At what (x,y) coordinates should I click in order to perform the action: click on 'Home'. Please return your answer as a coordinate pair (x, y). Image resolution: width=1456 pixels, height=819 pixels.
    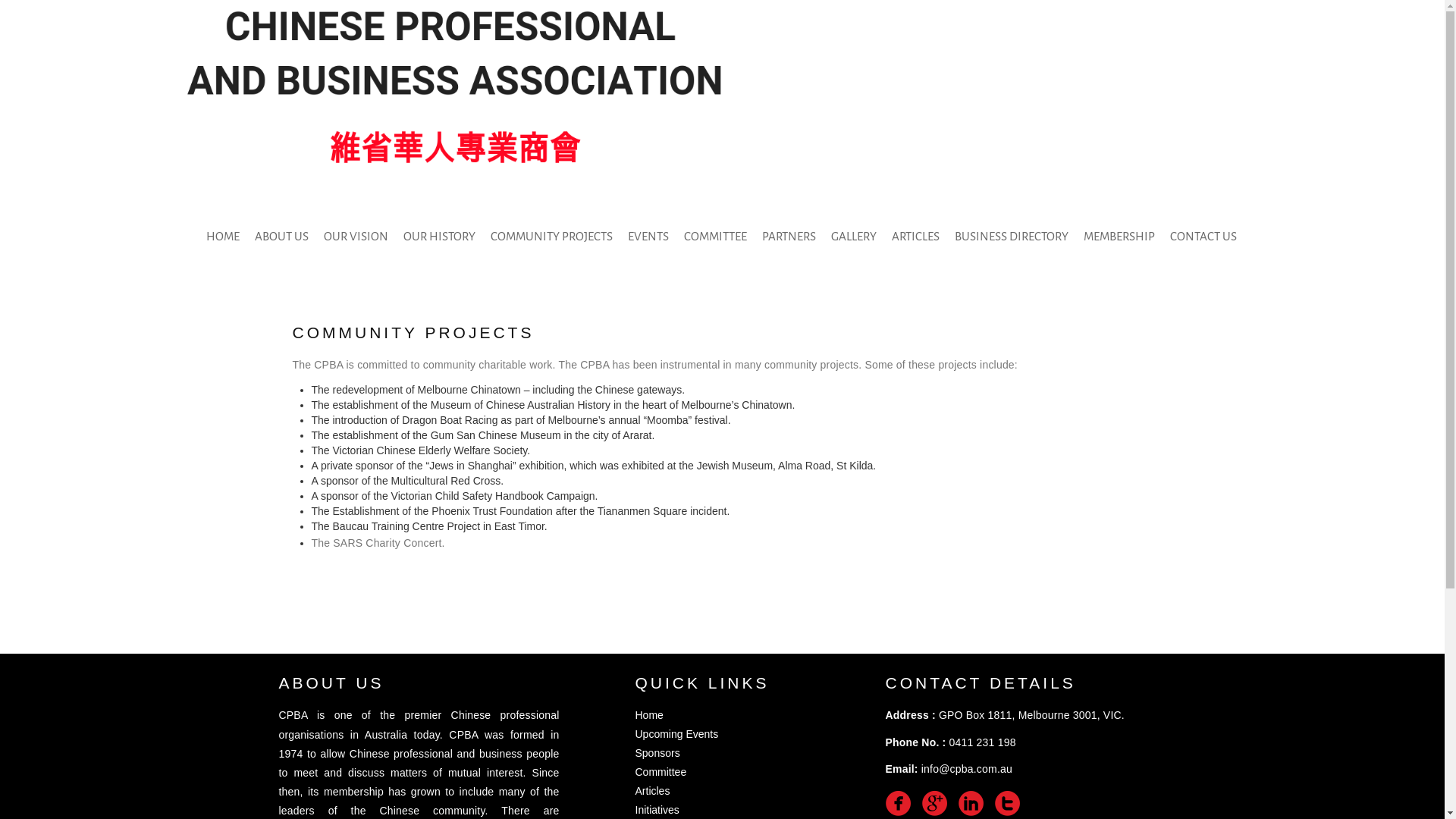
    Looking at the image, I should click on (649, 714).